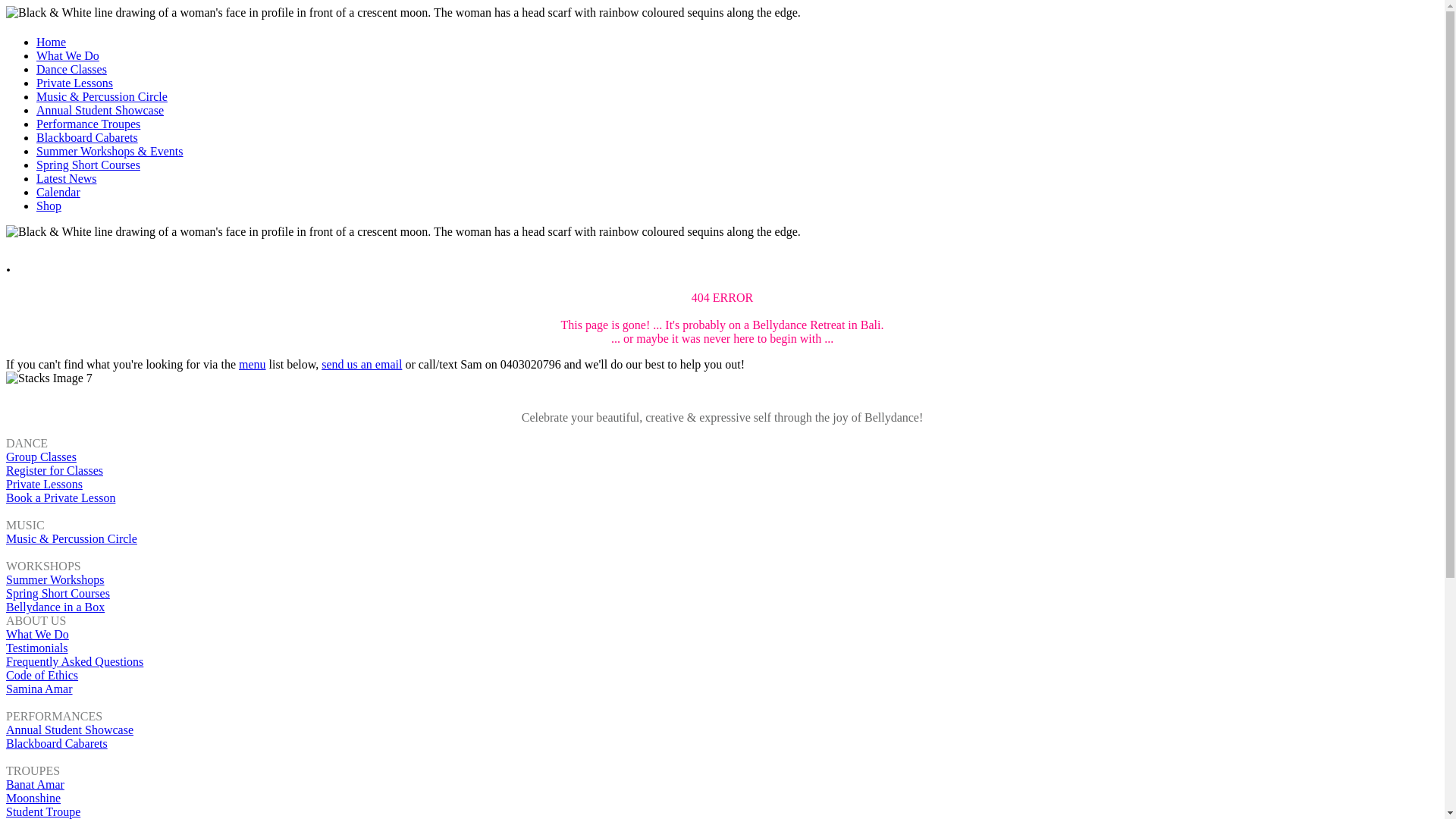 The width and height of the screenshot is (1456, 819). Describe the element at coordinates (67, 55) in the screenshot. I see `'What We Do'` at that location.